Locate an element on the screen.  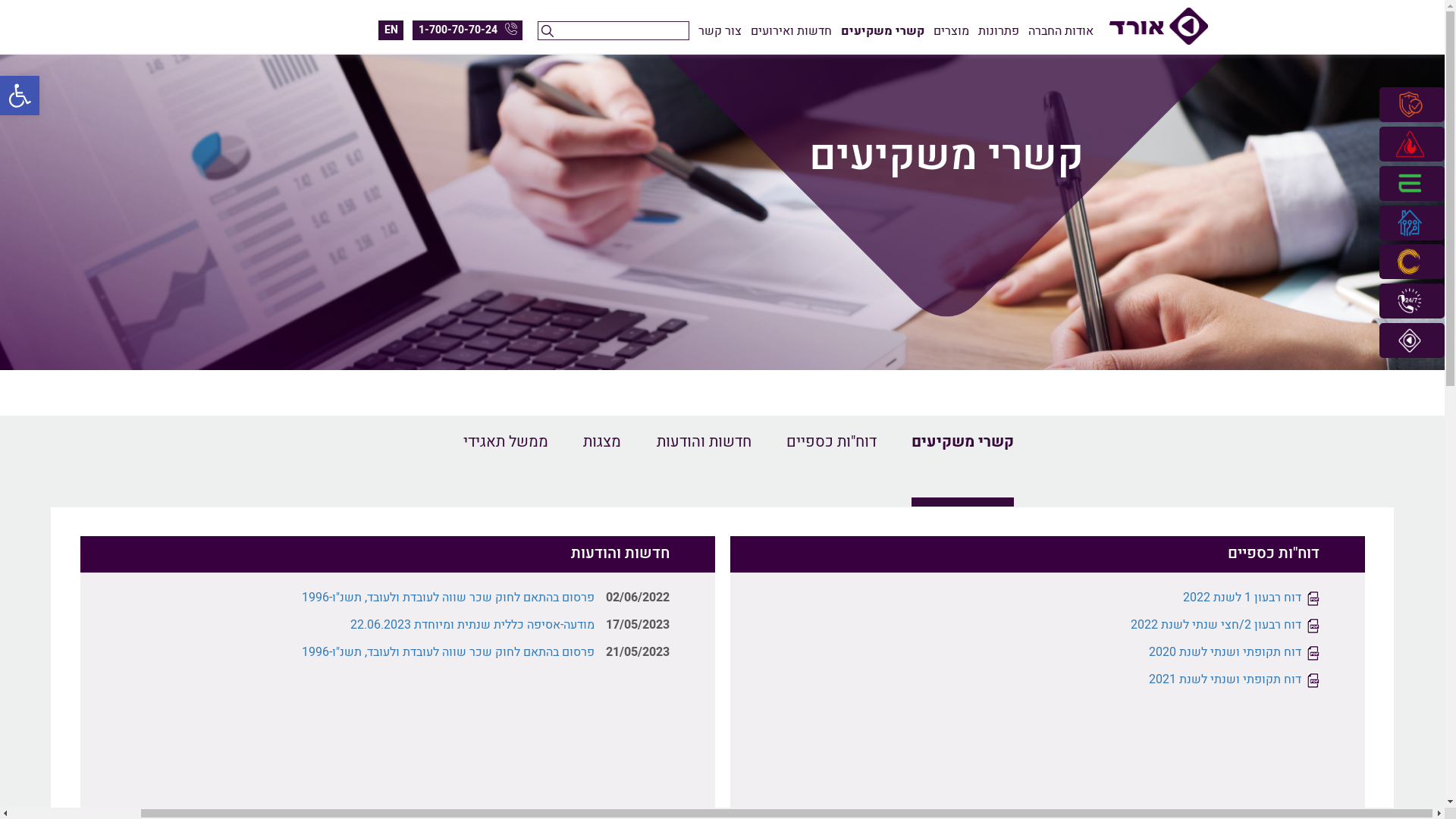
'1-700-70-70-24' is located at coordinates (466, 30).